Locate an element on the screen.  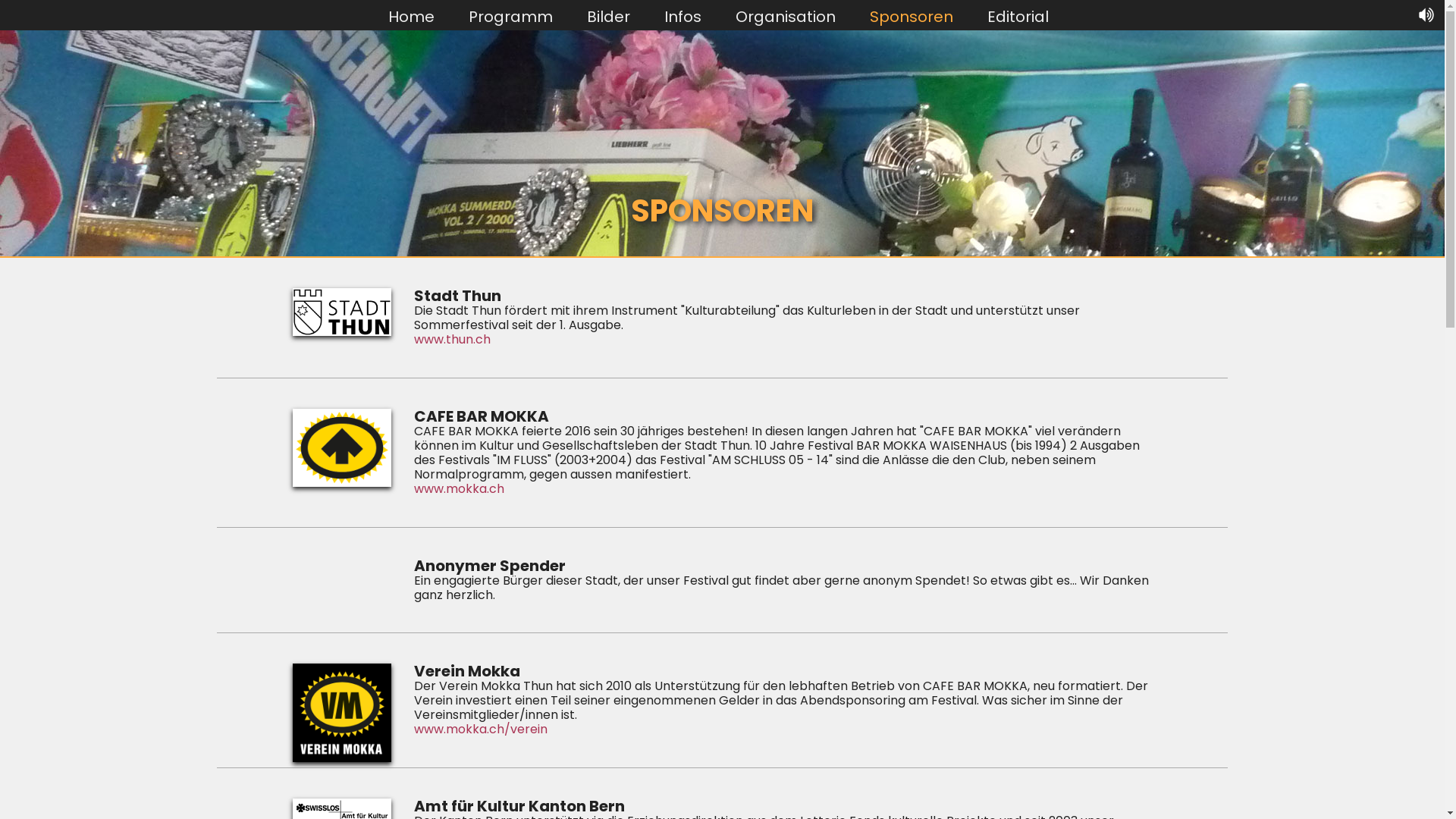
'Infos' is located at coordinates (682, 15).